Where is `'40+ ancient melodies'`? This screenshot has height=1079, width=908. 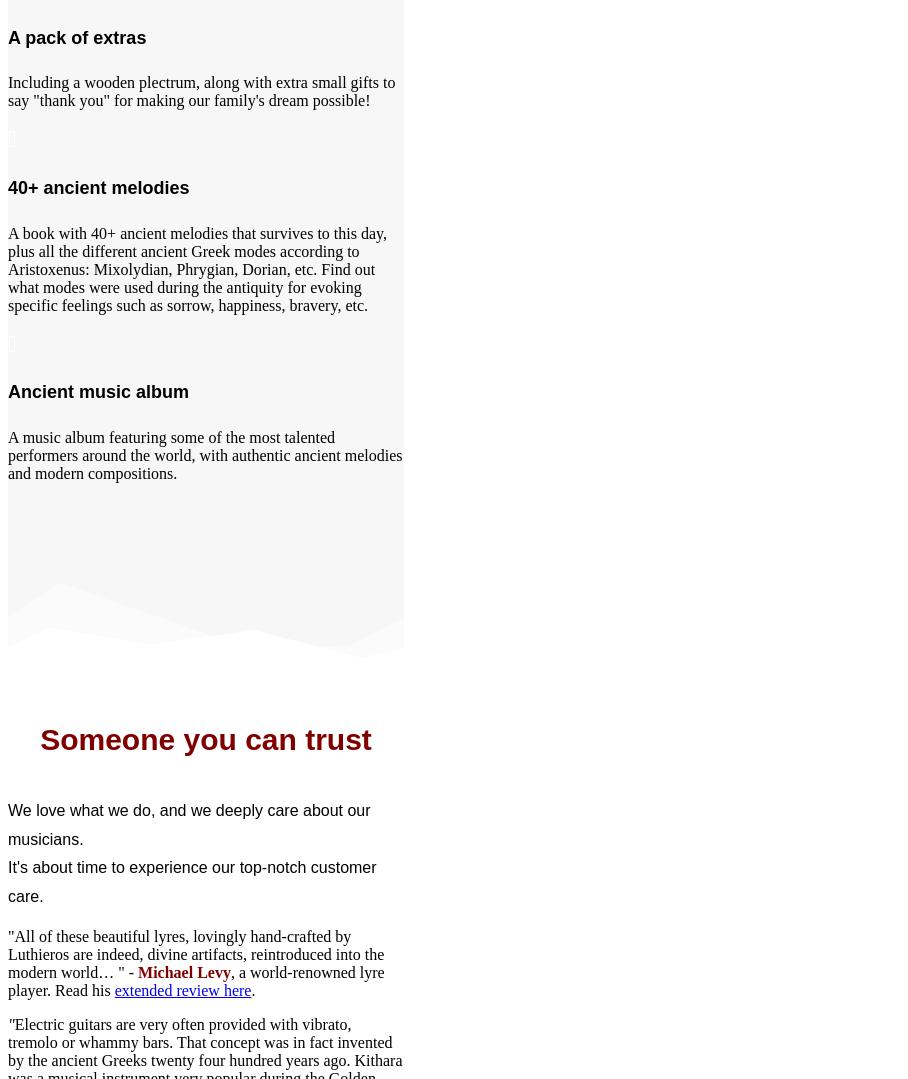 '40+ ancient melodies' is located at coordinates (97, 187).